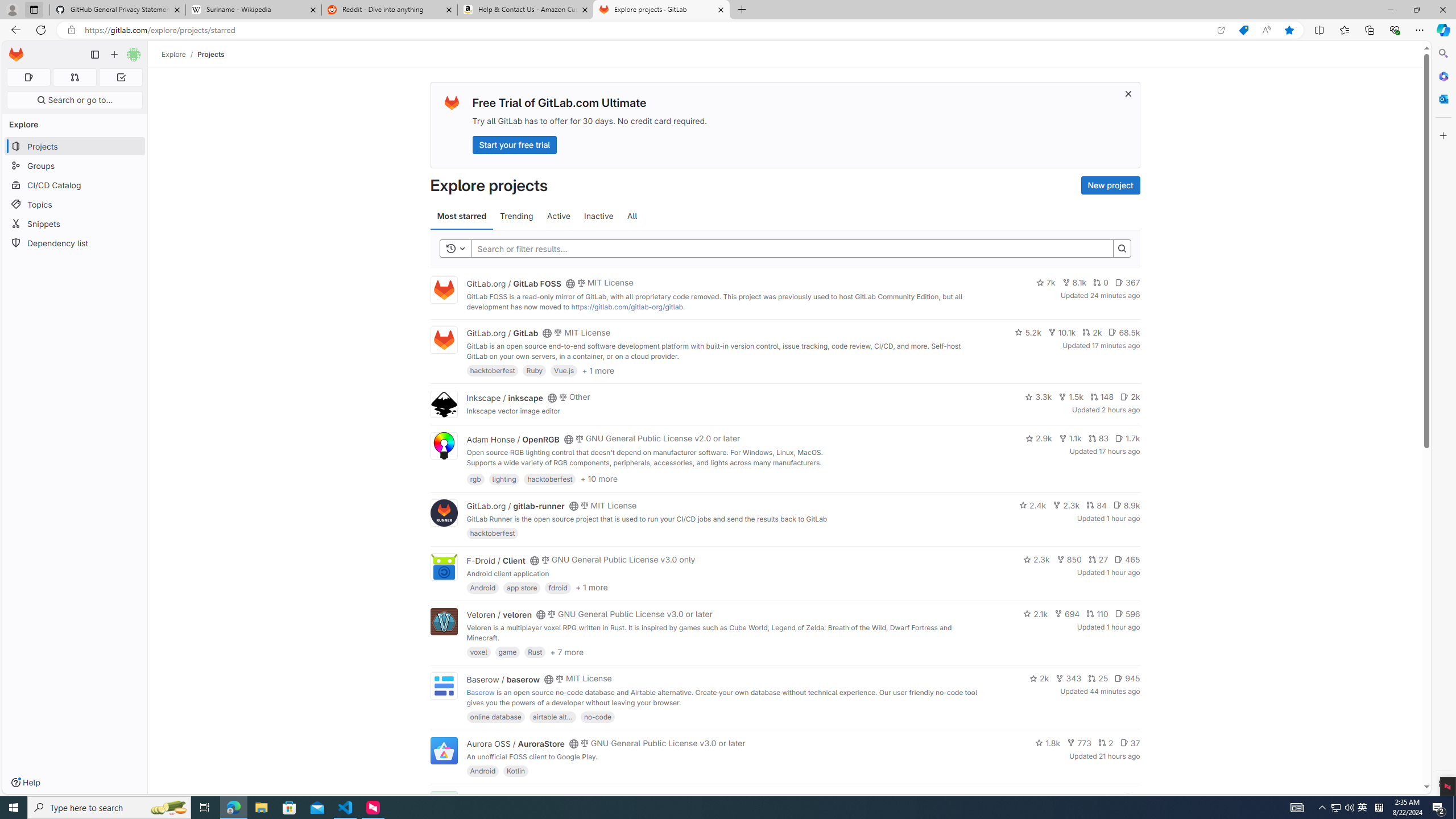  What do you see at coordinates (94, 54) in the screenshot?
I see `'Primary navigation sidebar'` at bounding box center [94, 54].